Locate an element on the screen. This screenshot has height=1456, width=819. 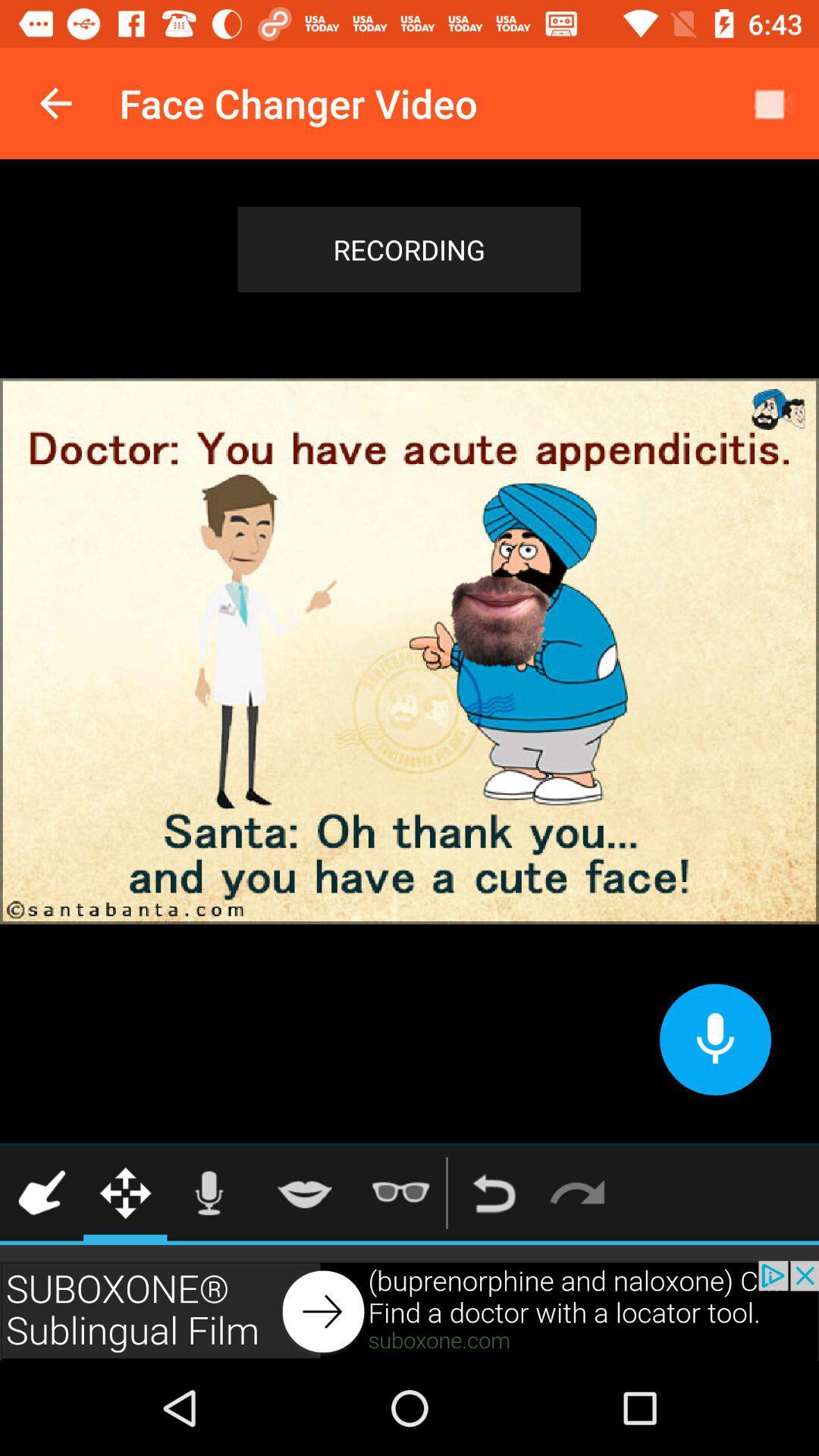
the undo icon is located at coordinates (494, 1192).